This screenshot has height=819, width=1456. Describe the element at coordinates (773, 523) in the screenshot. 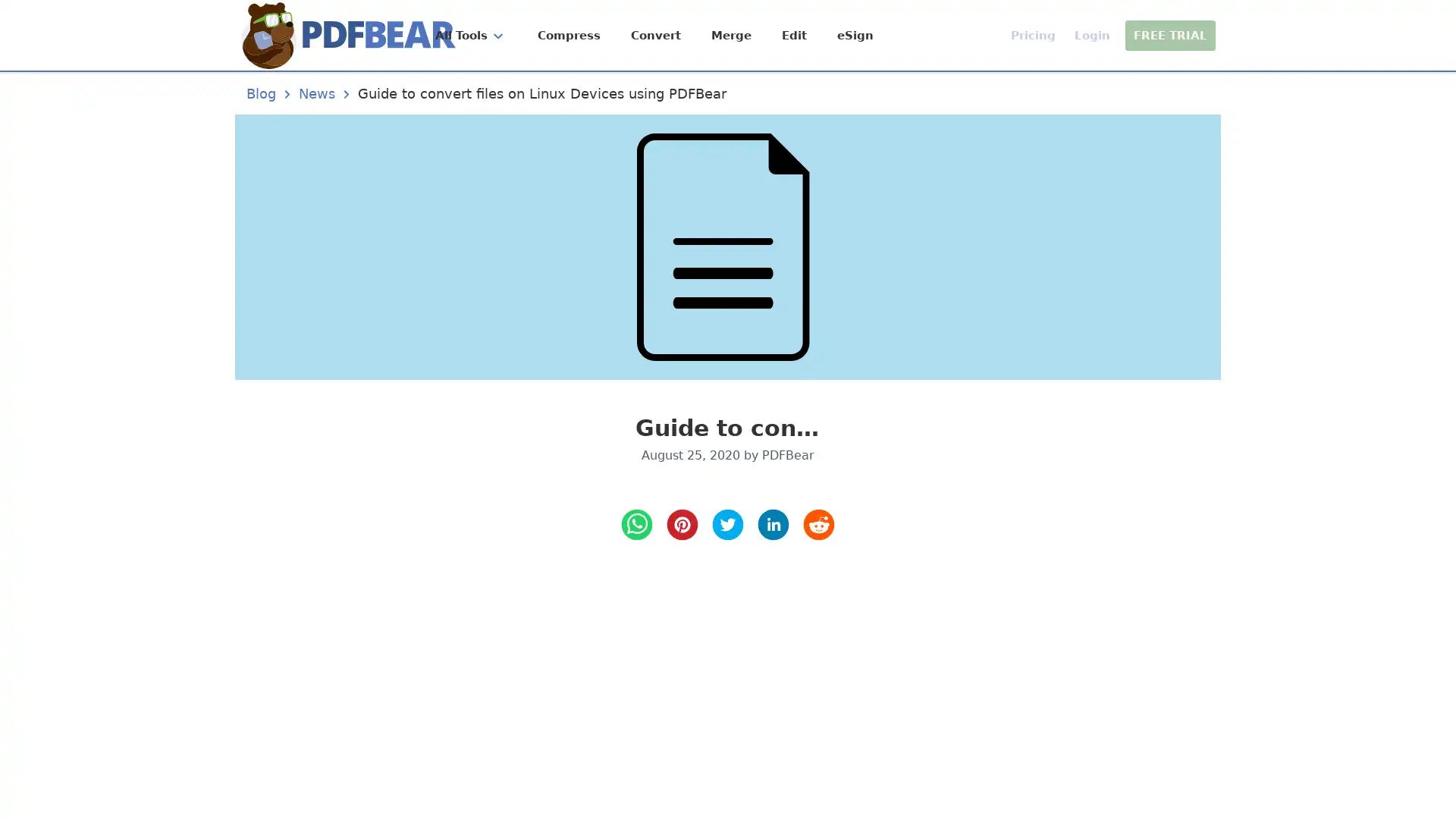

I see `linkedin` at that location.